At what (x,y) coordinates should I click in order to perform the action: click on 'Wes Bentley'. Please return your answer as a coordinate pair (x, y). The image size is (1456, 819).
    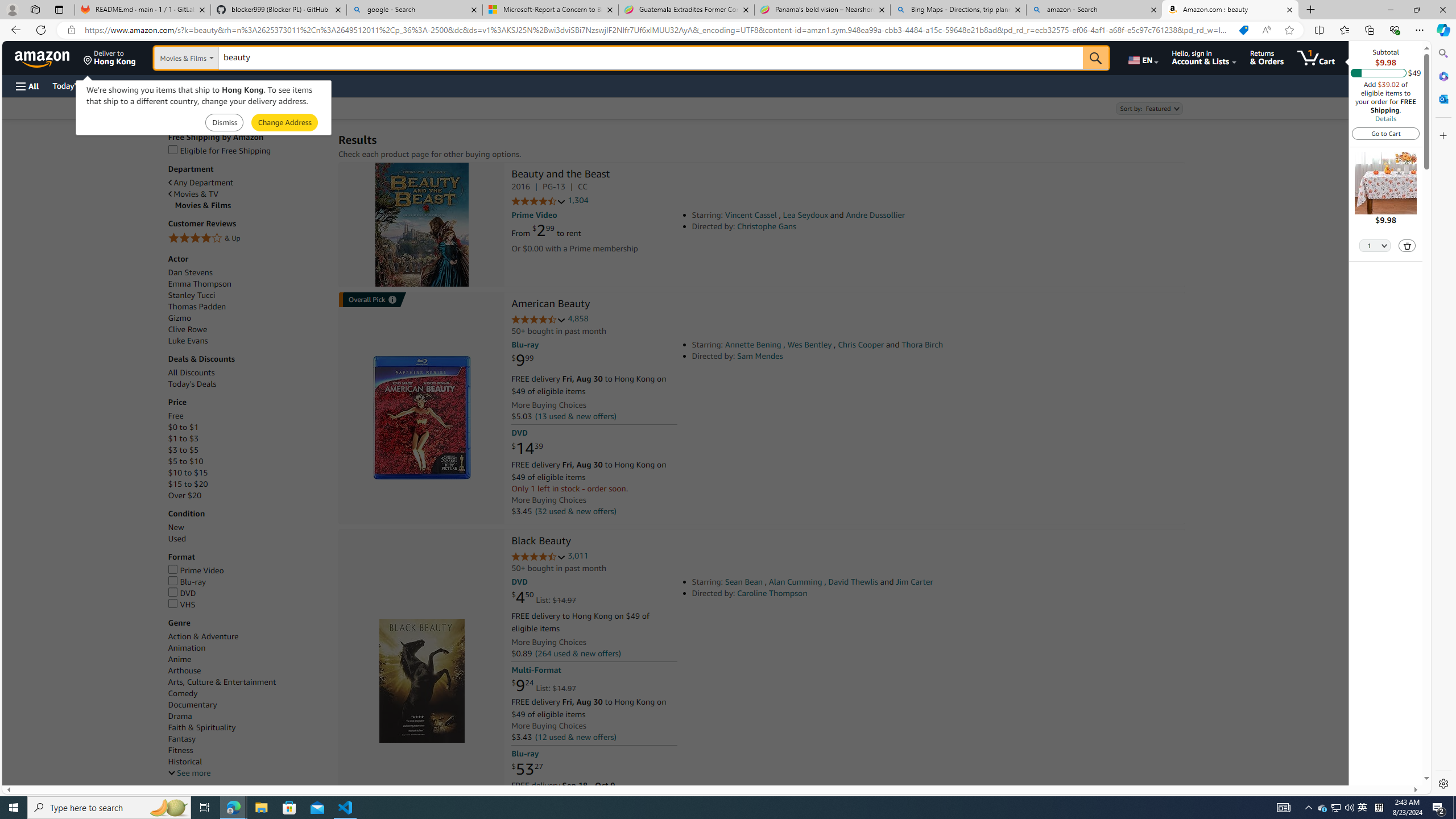
    Looking at the image, I should click on (809, 344).